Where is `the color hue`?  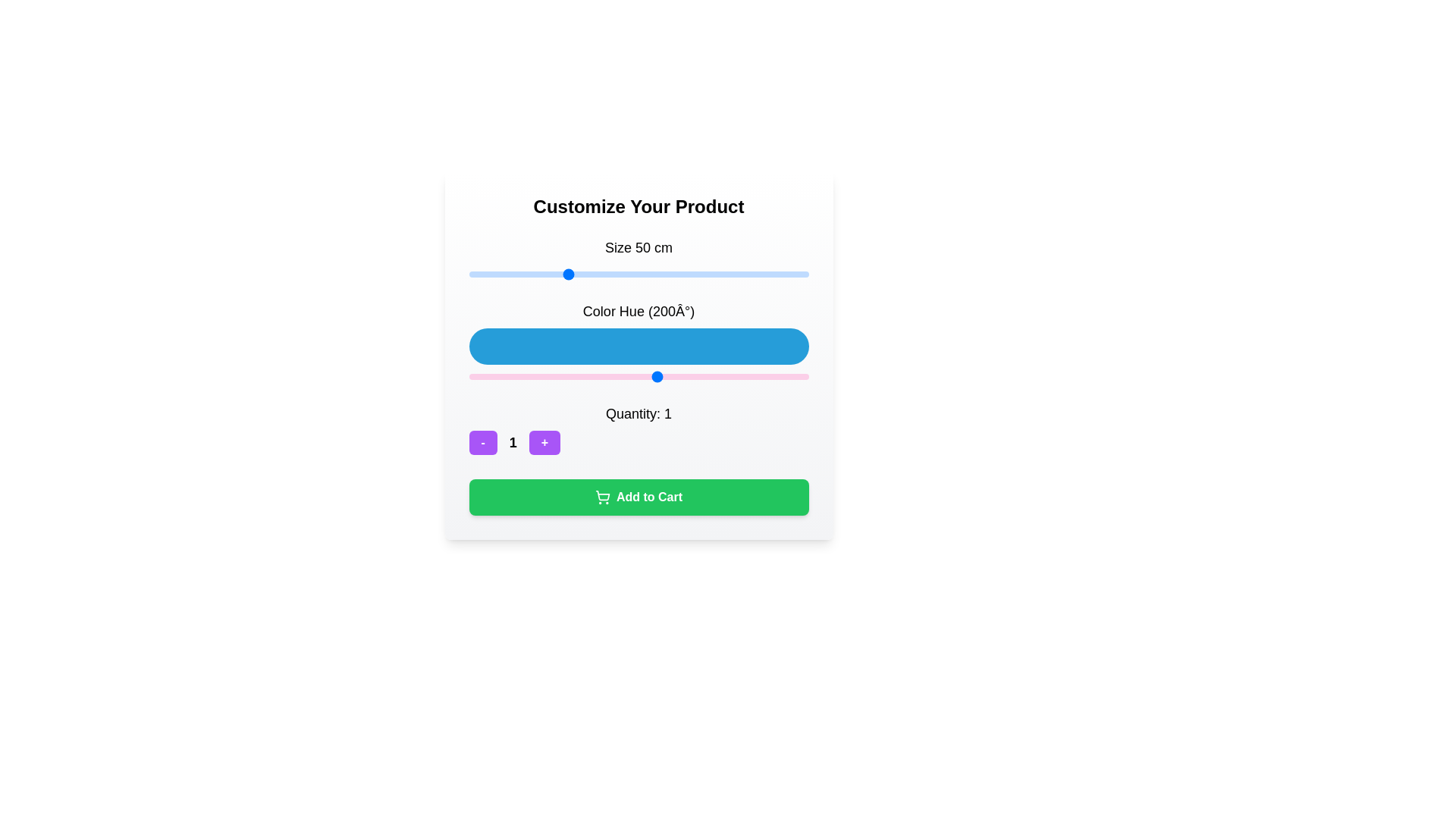
the color hue is located at coordinates (535, 376).